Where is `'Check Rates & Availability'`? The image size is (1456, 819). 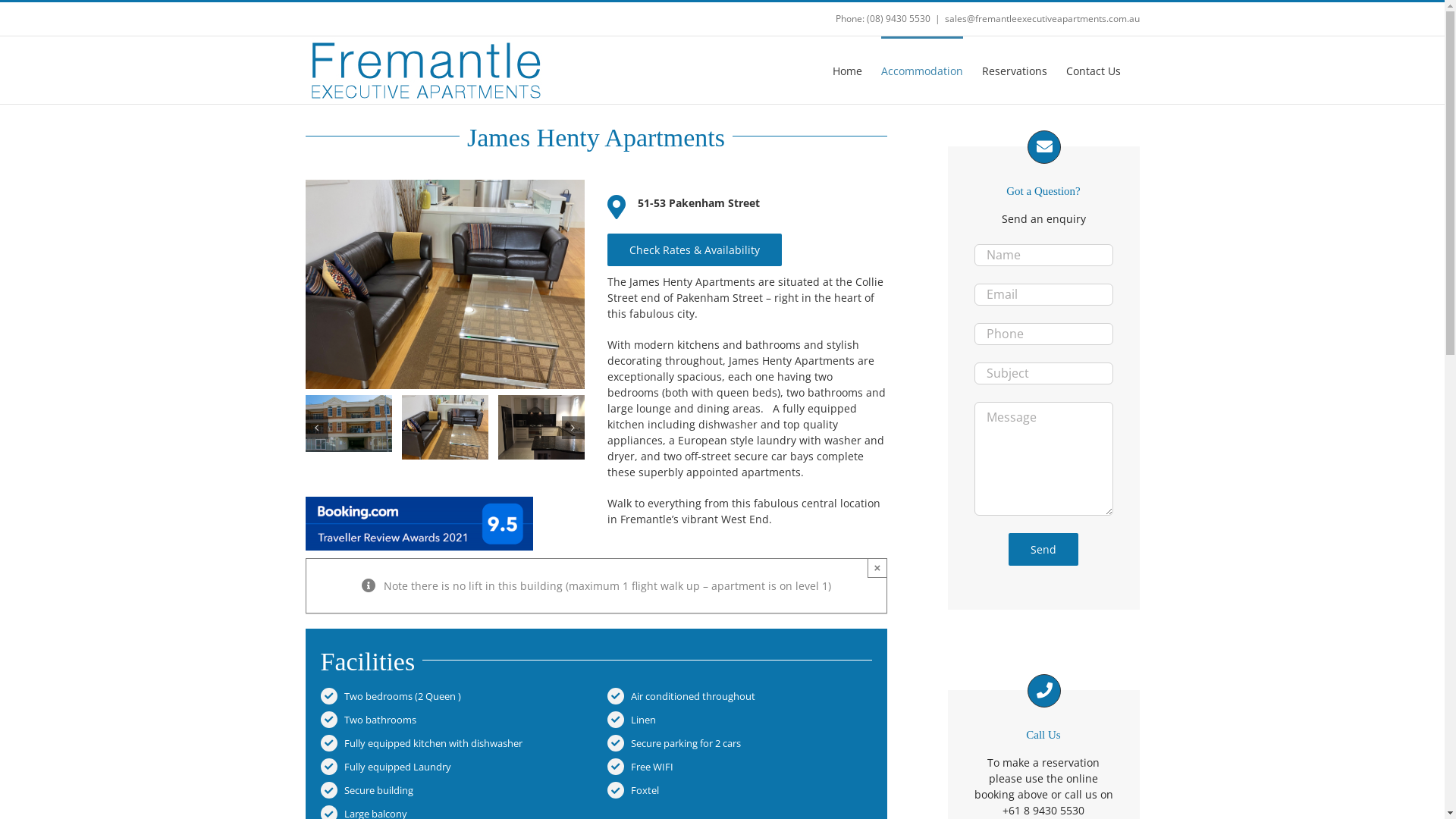 'Check Rates & Availability' is located at coordinates (694, 249).